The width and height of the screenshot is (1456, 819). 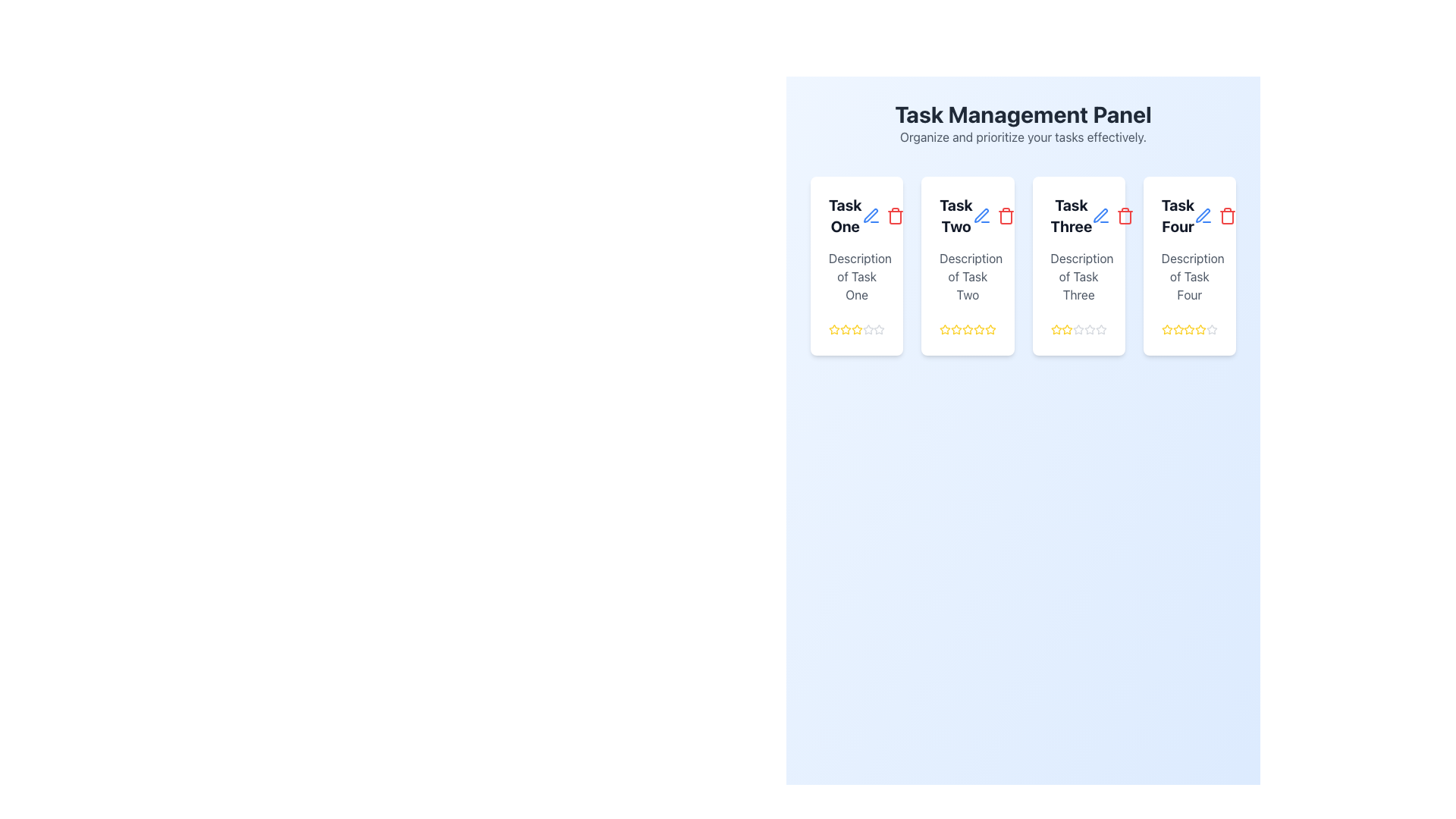 What do you see at coordinates (845, 329) in the screenshot?
I see `the second star in the rating bar below 'Description of Task One'` at bounding box center [845, 329].